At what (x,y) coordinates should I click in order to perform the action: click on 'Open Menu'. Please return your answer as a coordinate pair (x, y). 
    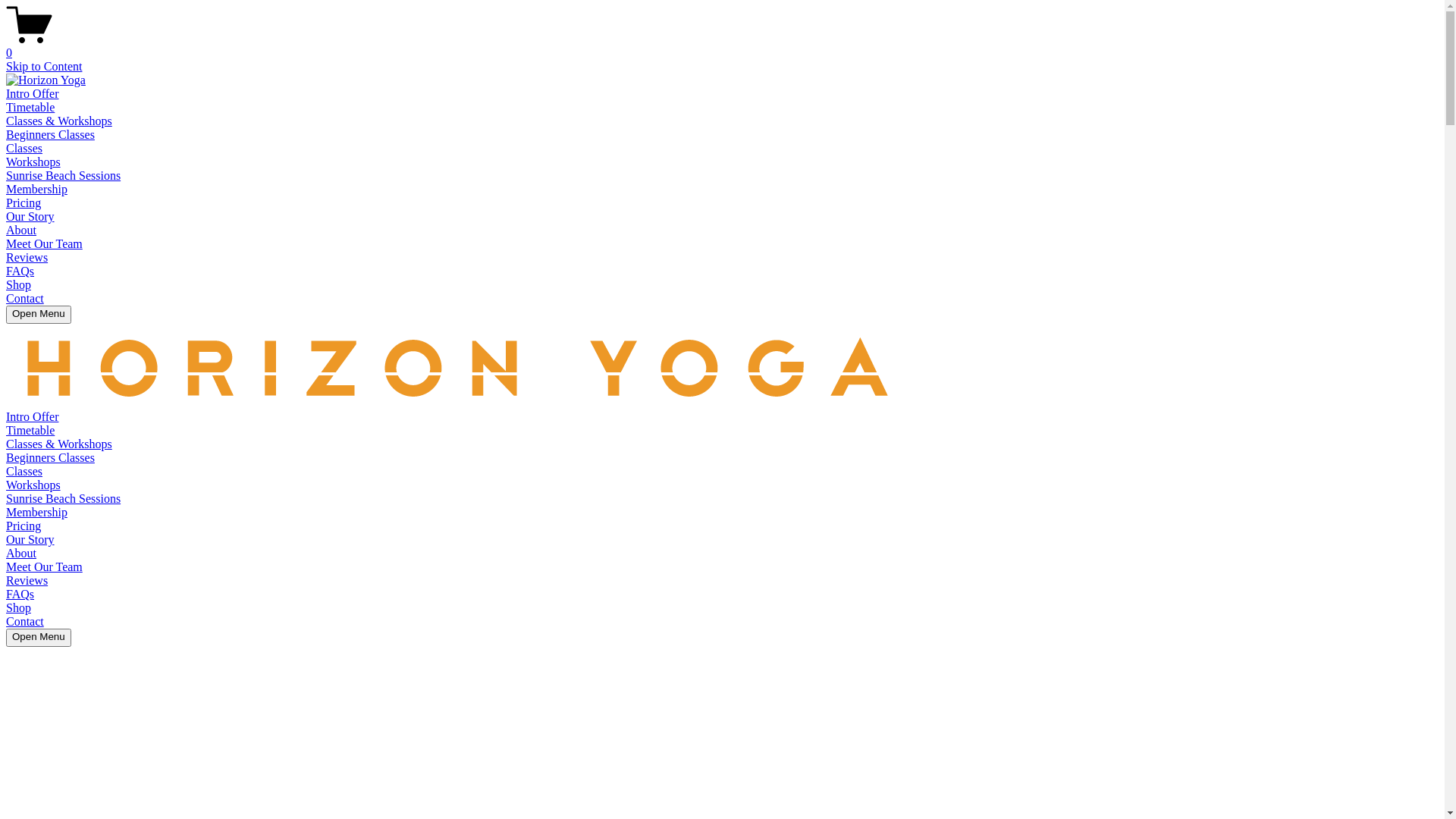
    Looking at the image, I should click on (39, 314).